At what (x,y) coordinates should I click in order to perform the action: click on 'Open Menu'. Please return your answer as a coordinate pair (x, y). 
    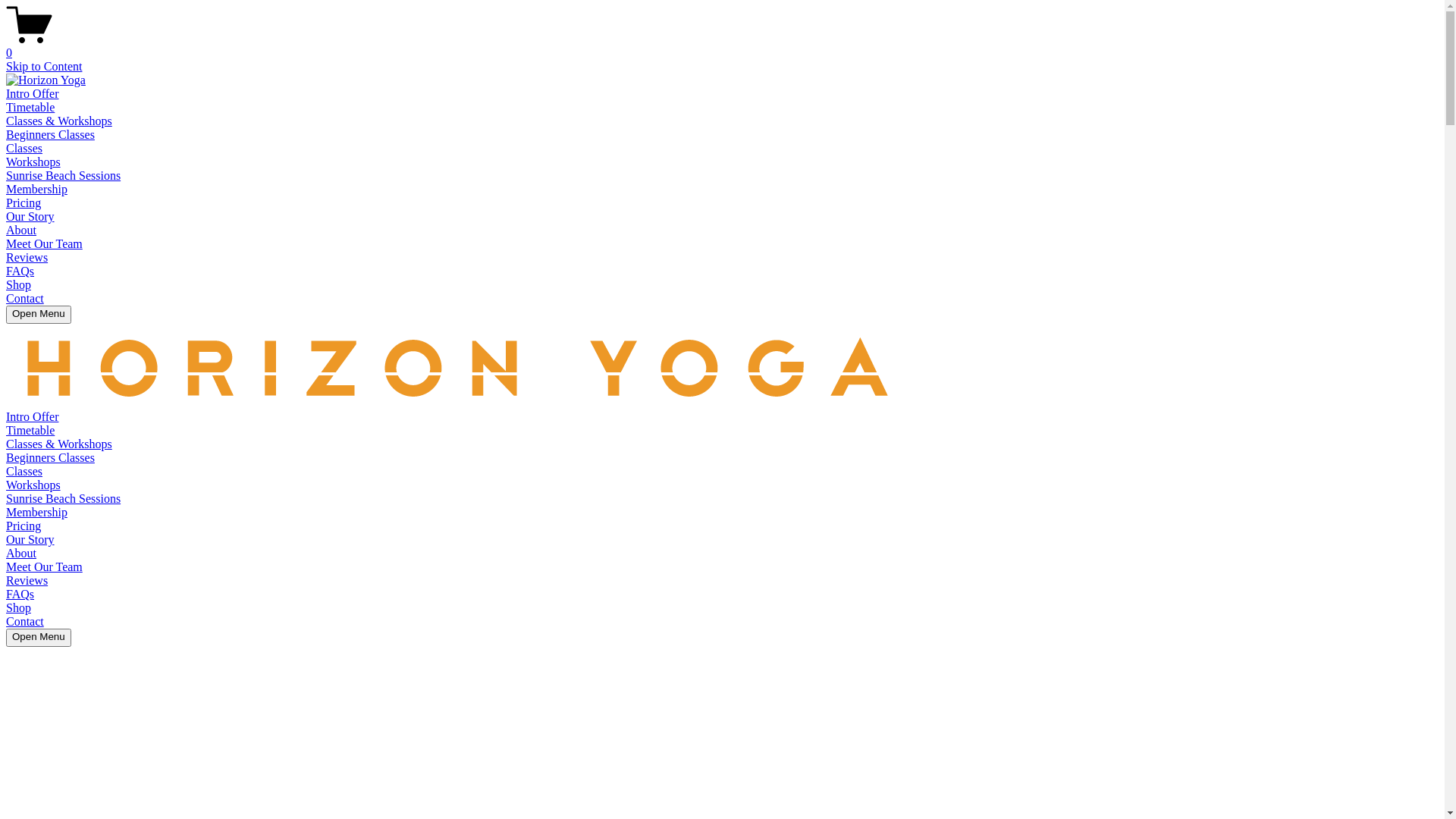
    Looking at the image, I should click on (39, 314).